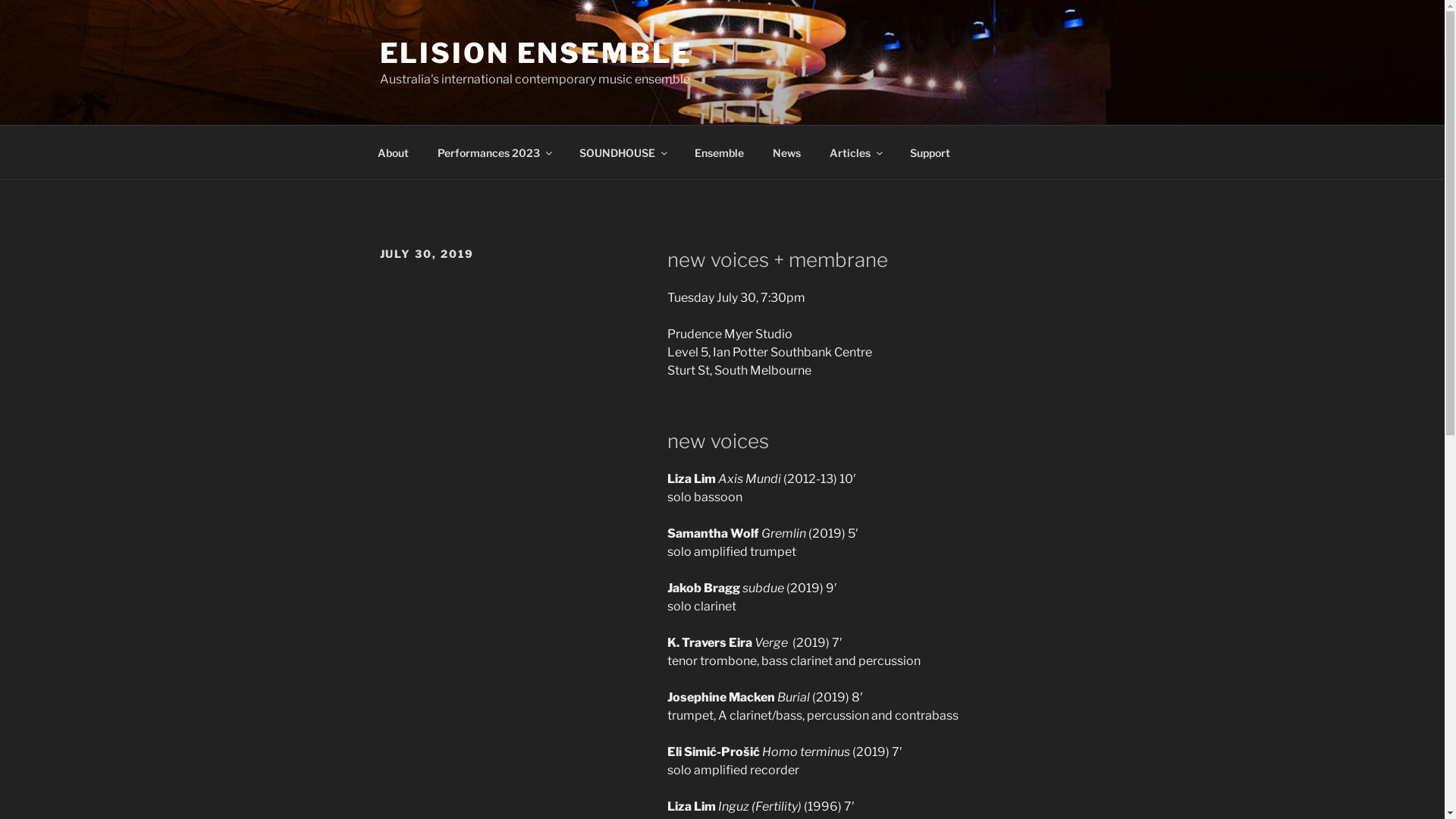 The width and height of the screenshot is (1456, 819). What do you see at coordinates (718, 152) in the screenshot?
I see `'Ensemble'` at bounding box center [718, 152].